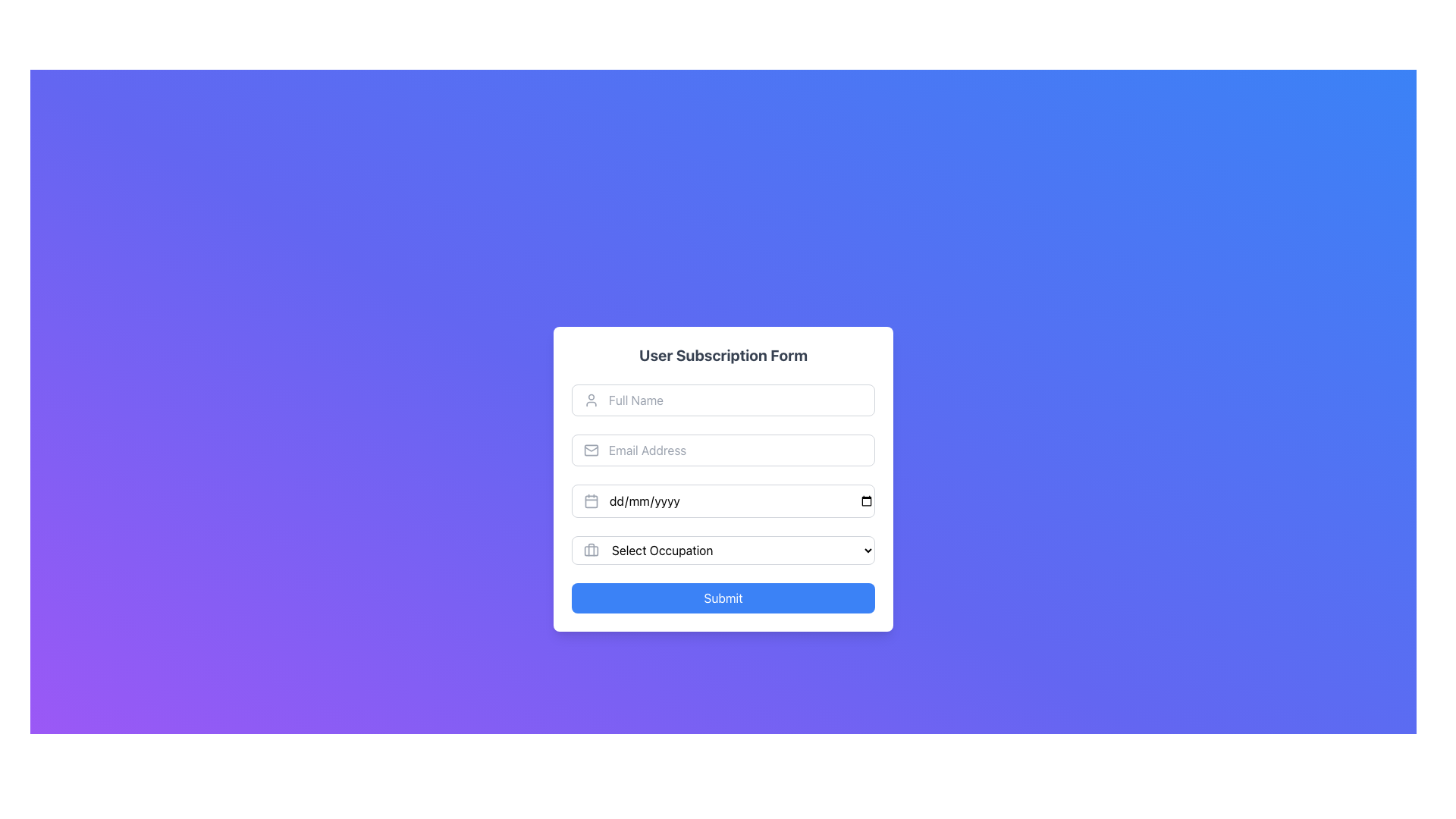  Describe the element at coordinates (723, 550) in the screenshot. I see `the downward arrow of the dropdown menu labeled 'Select Occupation'` at that location.